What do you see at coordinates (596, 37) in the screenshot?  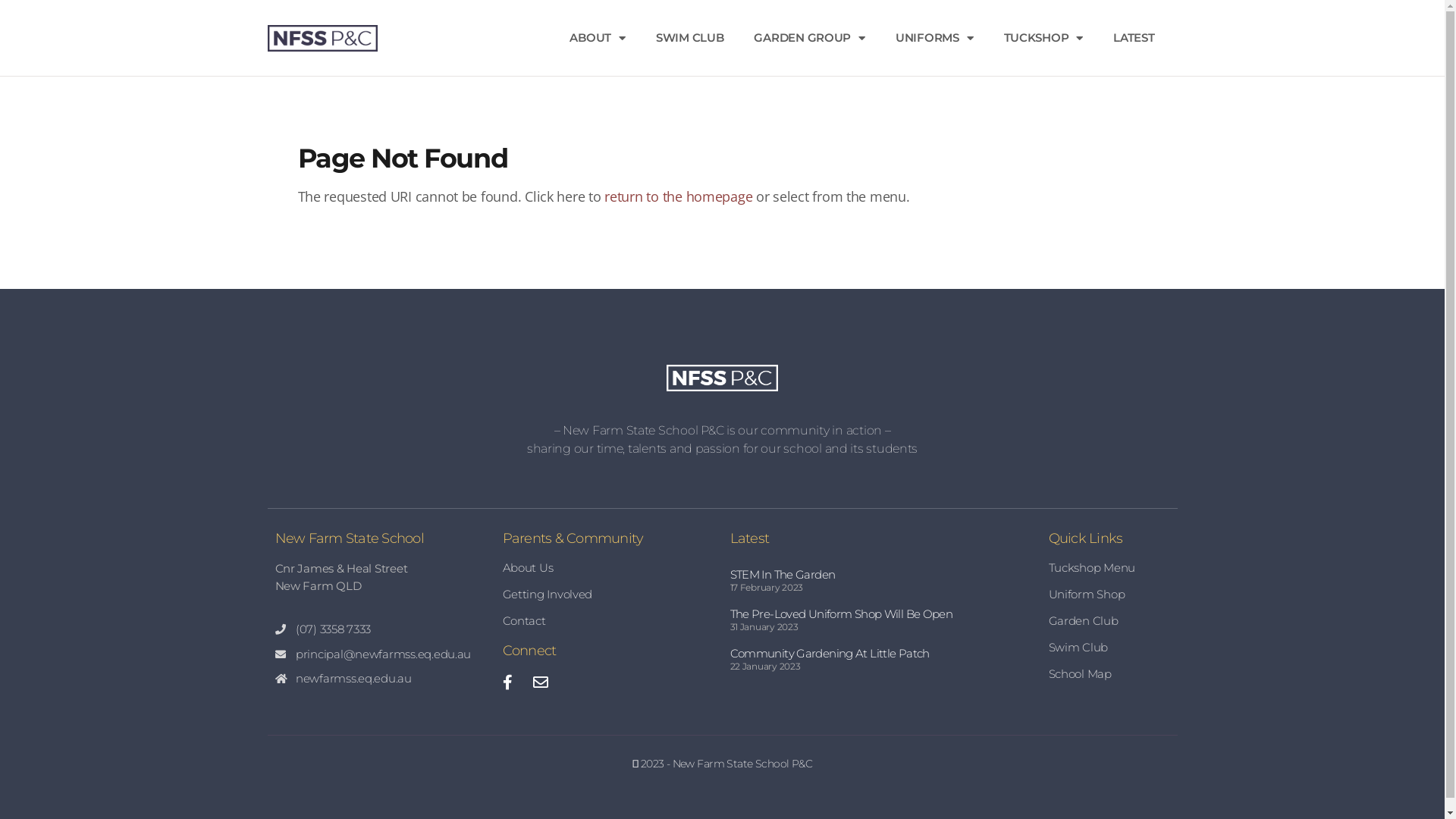 I see `'ABOUT'` at bounding box center [596, 37].